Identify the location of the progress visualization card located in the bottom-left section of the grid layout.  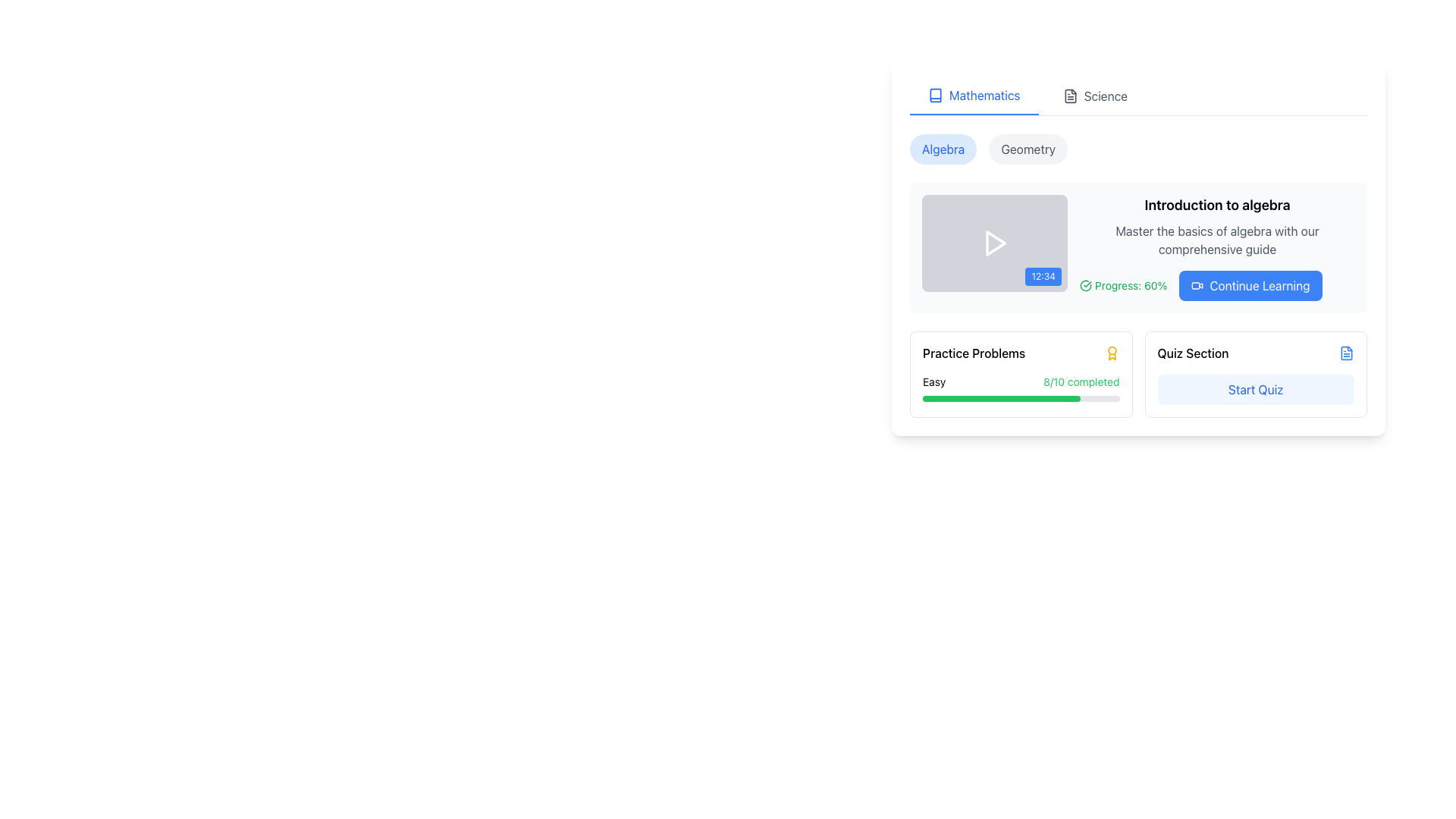
(1021, 374).